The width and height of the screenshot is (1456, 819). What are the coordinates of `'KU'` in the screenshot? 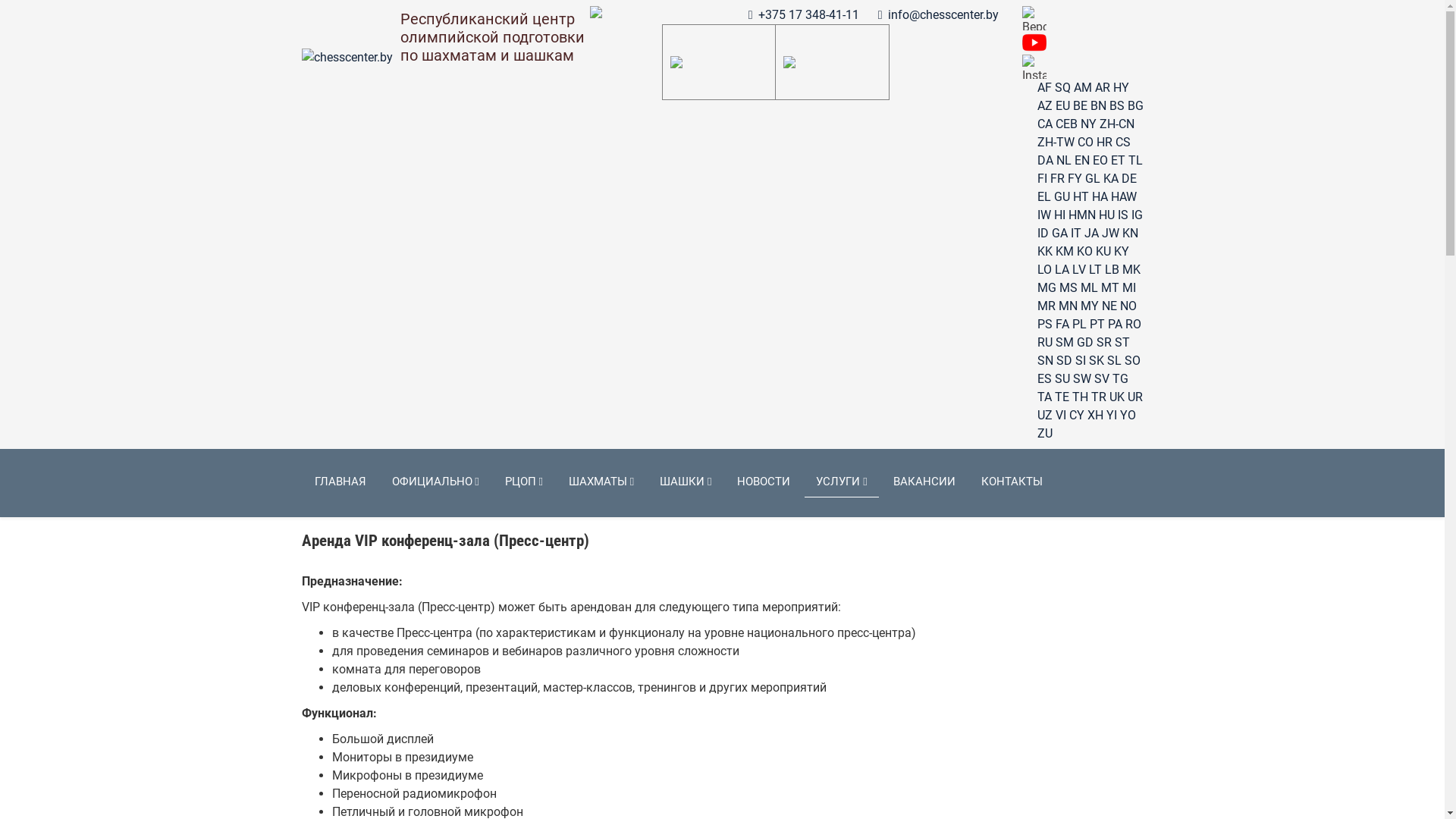 It's located at (1103, 250).